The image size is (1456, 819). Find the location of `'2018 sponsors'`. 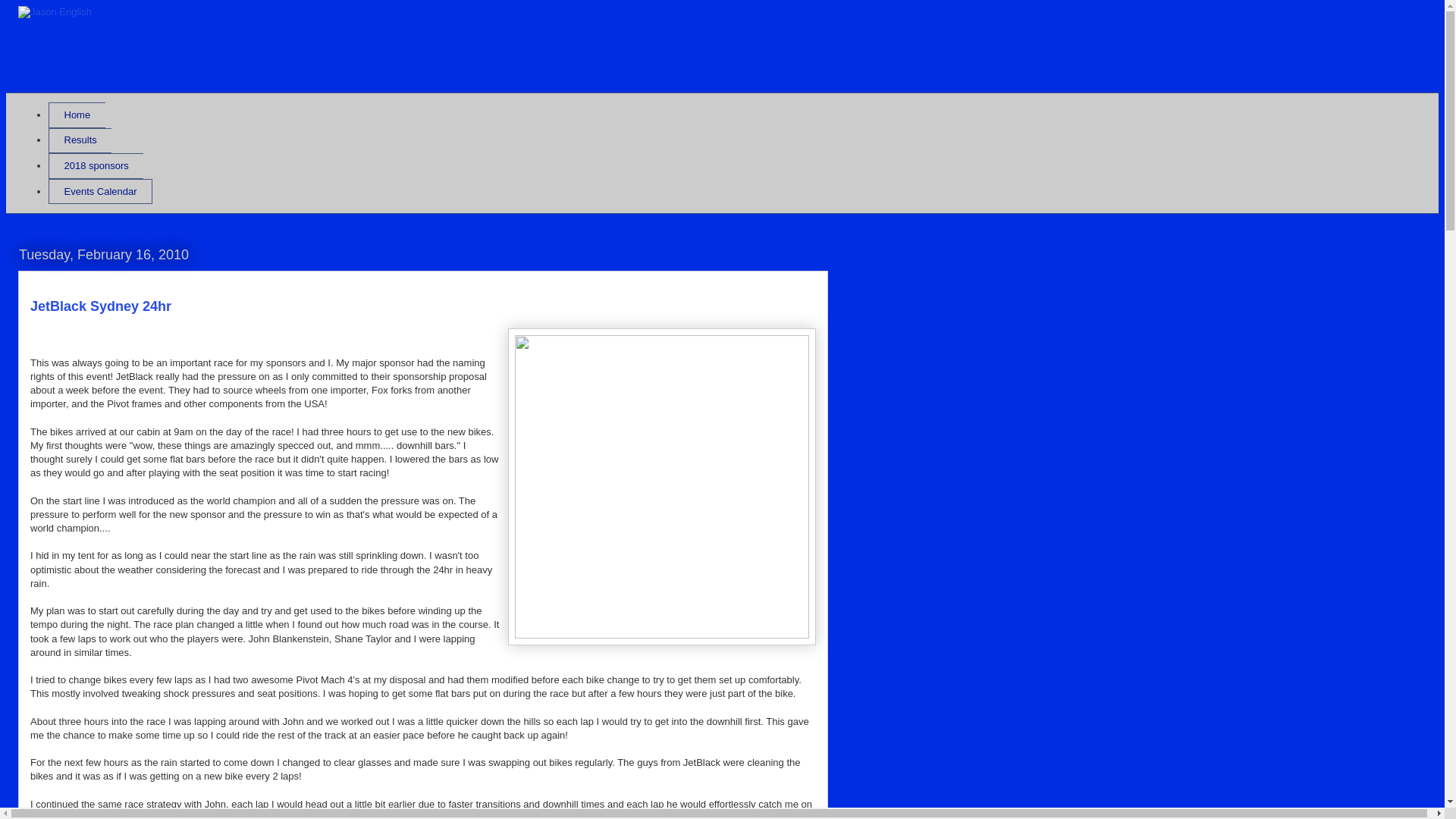

'2018 sponsors' is located at coordinates (95, 166).